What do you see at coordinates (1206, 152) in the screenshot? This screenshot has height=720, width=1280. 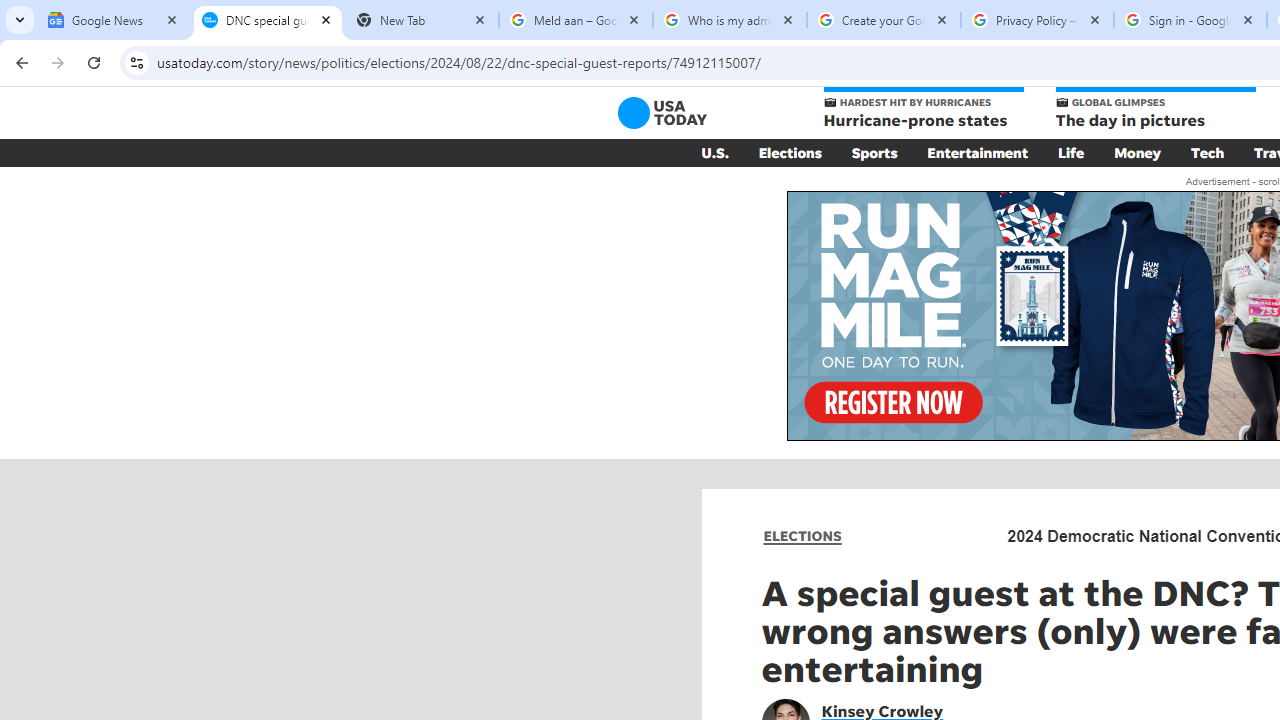 I see `'Tech'` at bounding box center [1206, 152].